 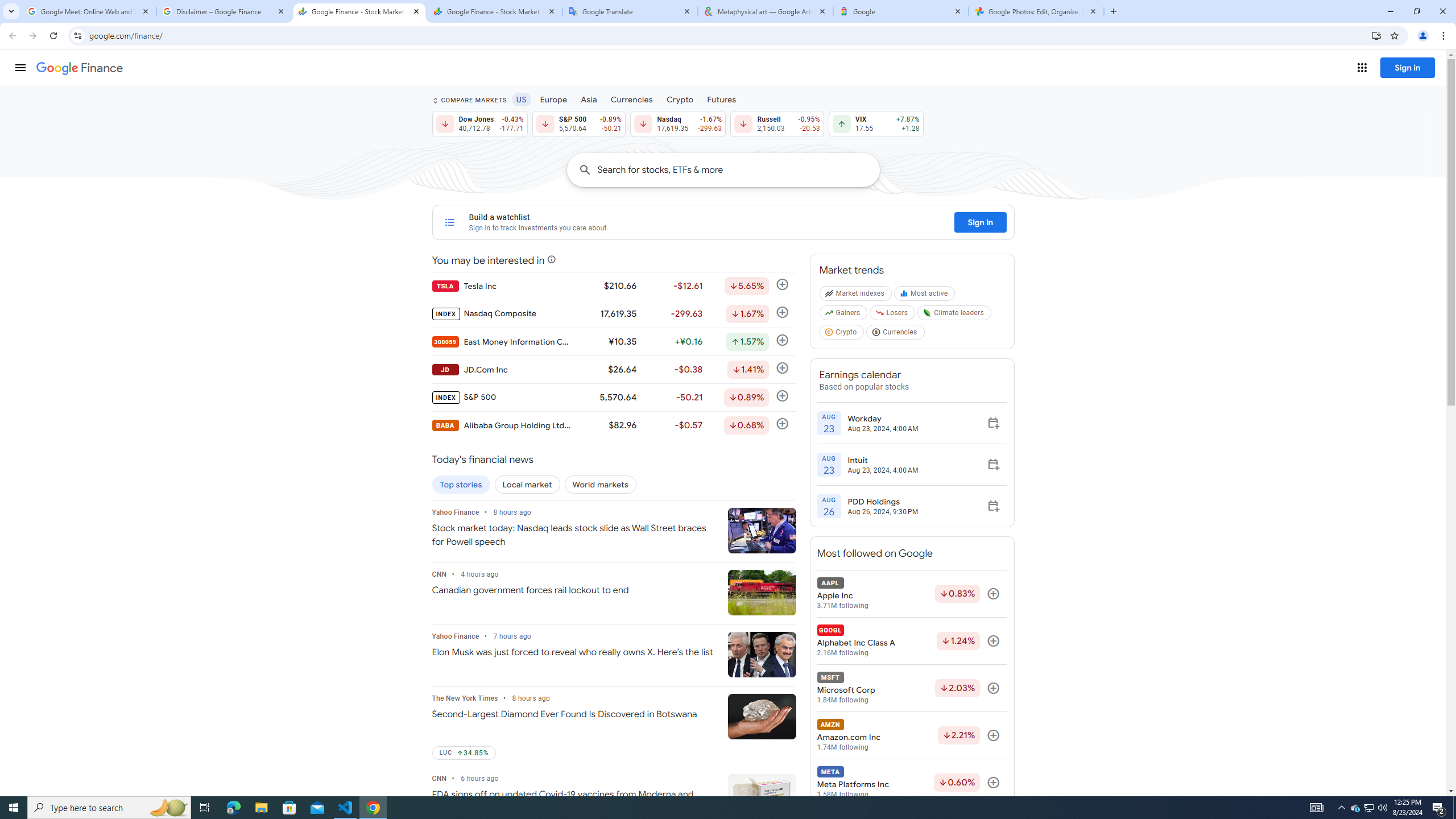 I want to click on 'TSLA Tesla Inc $210.66 -$12.61 Down by 5.65% Follow', so click(x=614, y=285).